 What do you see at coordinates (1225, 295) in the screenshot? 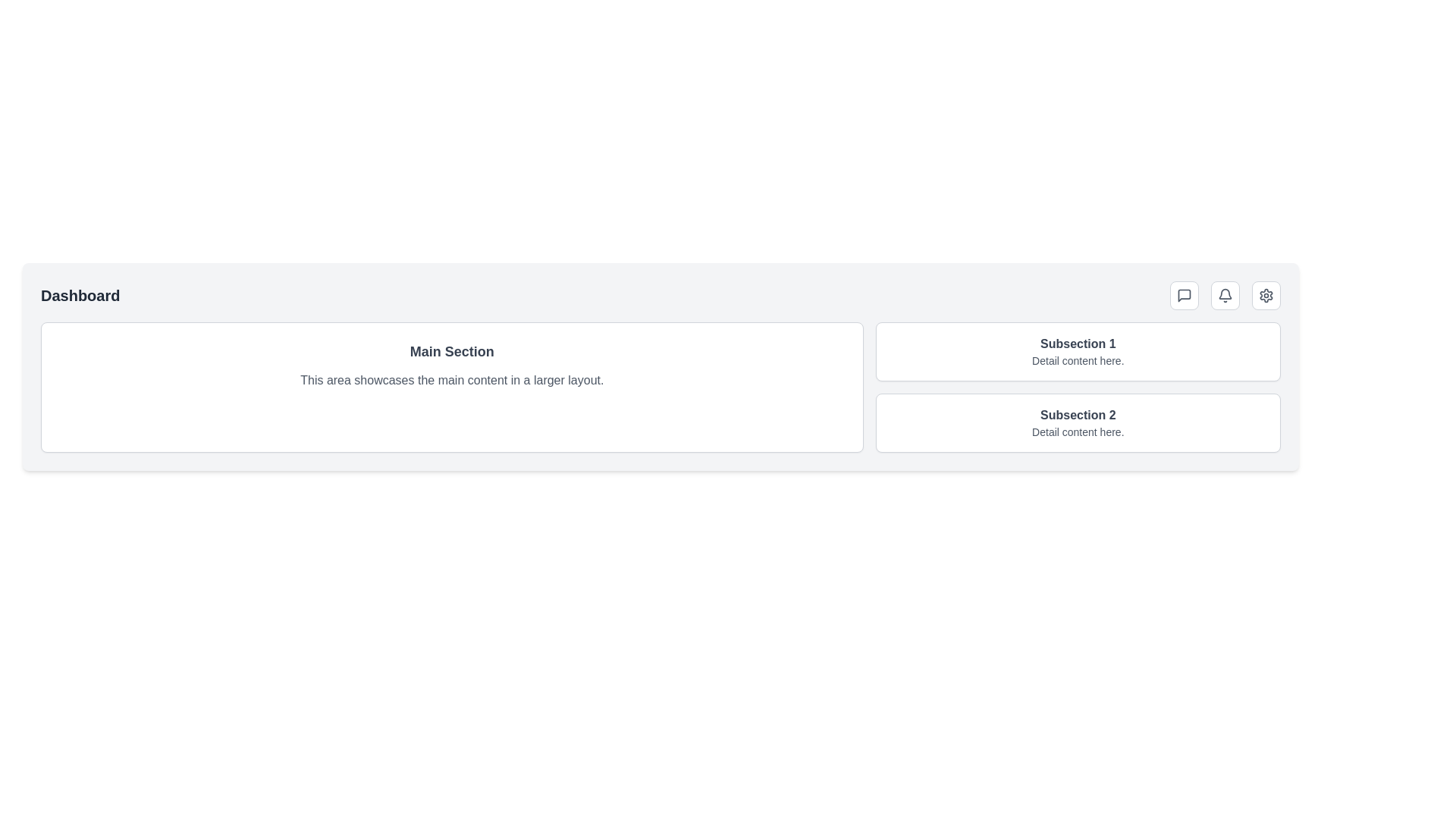
I see `the notification button, which is a rounded rectangle with a white background and a grey bell icon, located second from the left in a horizontal arrangement on the top bar of the dashboard` at bounding box center [1225, 295].